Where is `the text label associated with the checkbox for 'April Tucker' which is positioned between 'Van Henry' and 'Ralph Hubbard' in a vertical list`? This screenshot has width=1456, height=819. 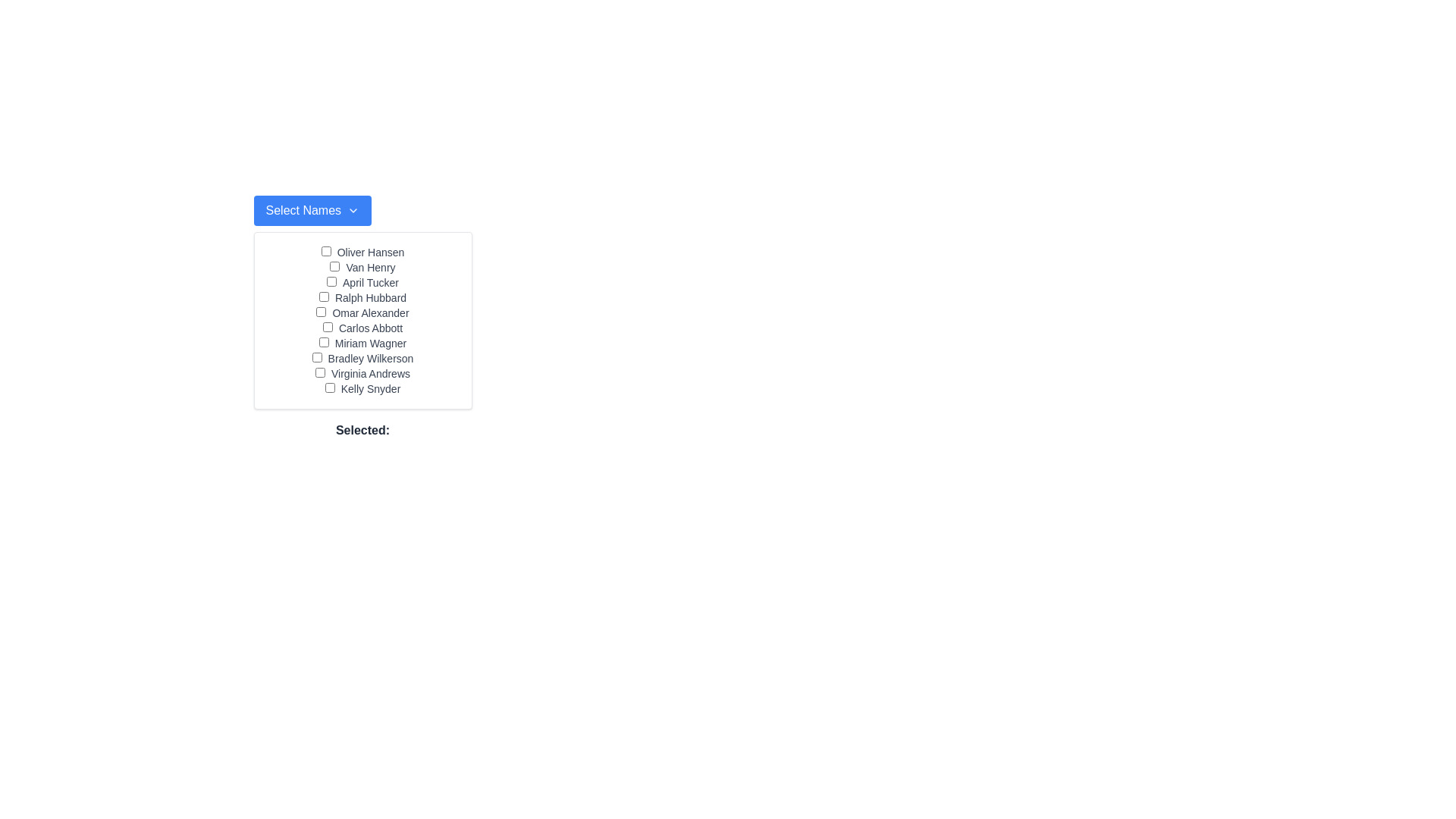 the text label associated with the checkbox for 'April Tucker' which is positioned between 'Van Henry' and 'Ralph Hubbard' in a vertical list is located at coordinates (362, 283).